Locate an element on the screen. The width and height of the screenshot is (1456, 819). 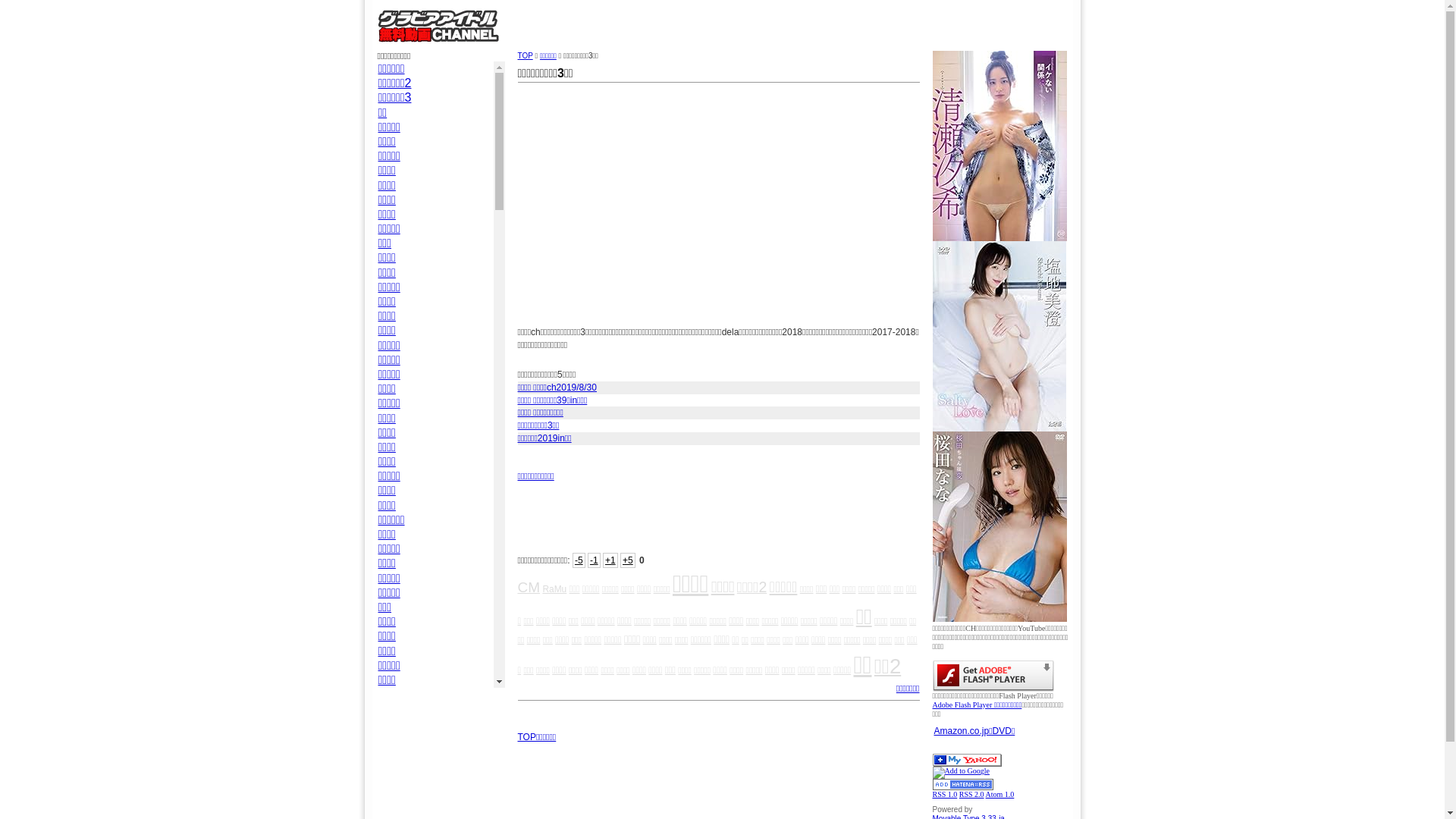
'RSS 1.0' is located at coordinates (931, 793).